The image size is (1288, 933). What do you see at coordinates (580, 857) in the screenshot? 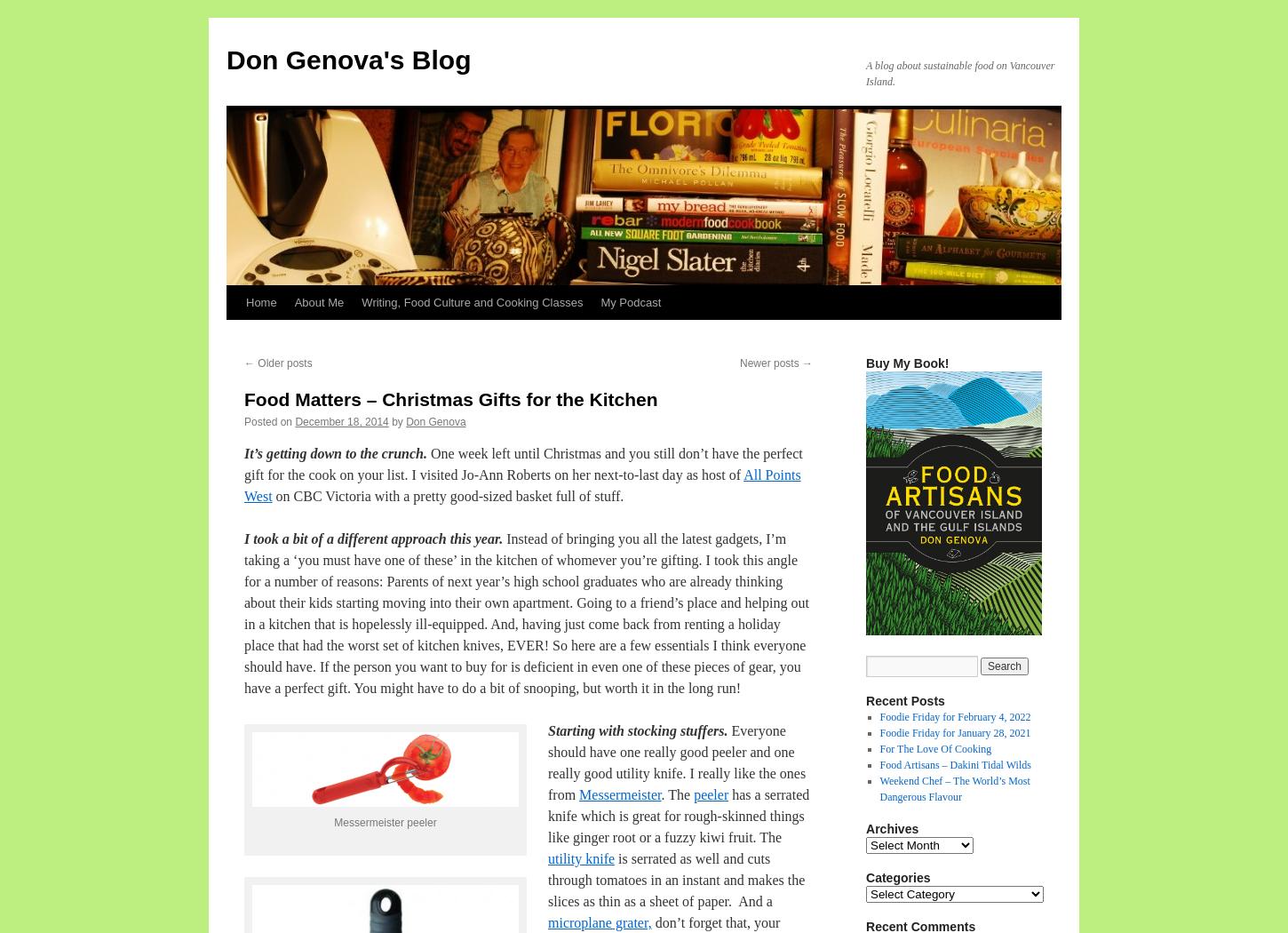
I see `'utility knife'` at bounding box center [580, 857].